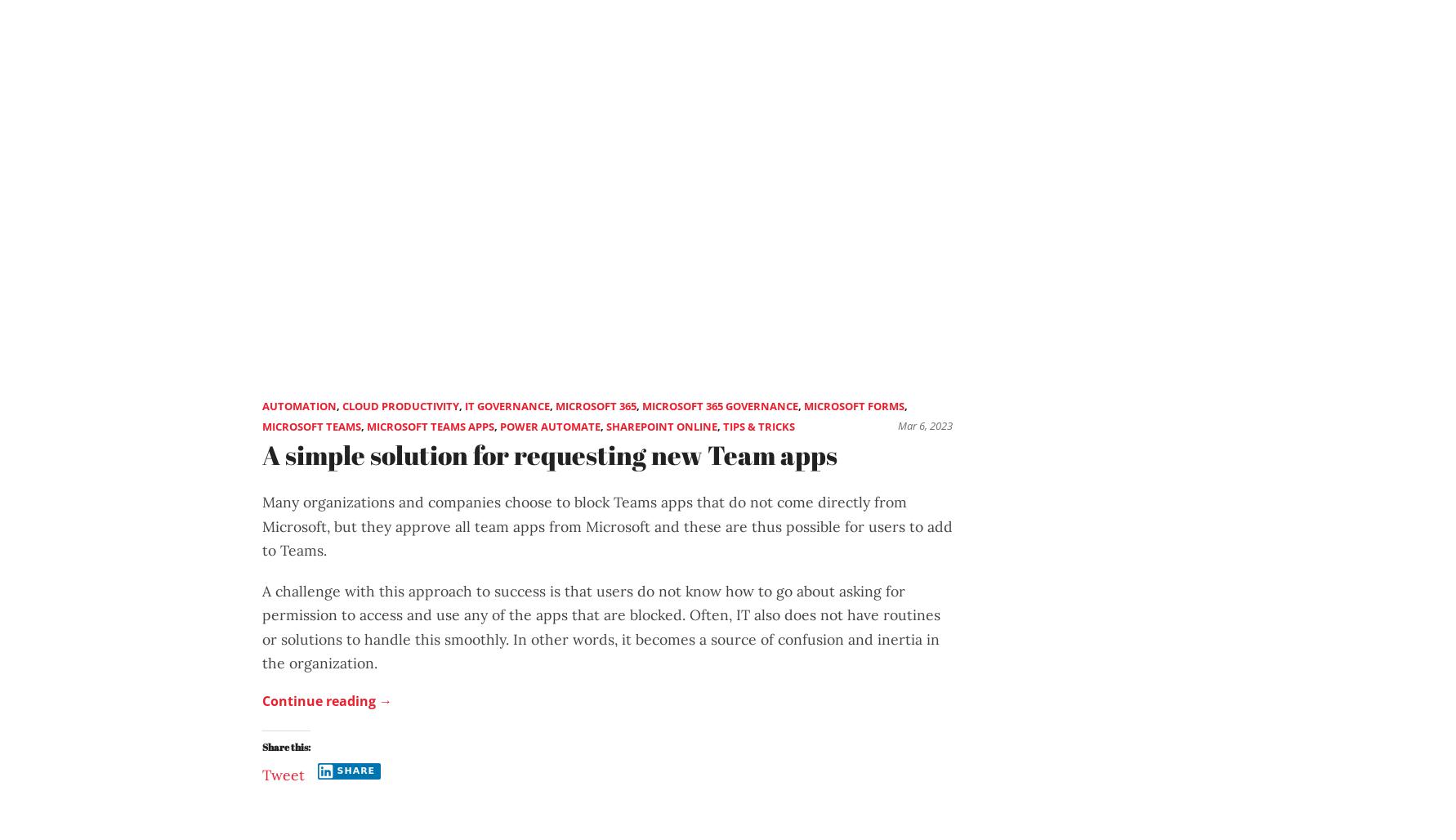 This screenshot has height=840, width=1456. What do you see at coordinates (261, 526) in the screenshot?
I see `'Many organizations and companies choose to block Teams apps that do not come directly from Microsoft, but they approve all team apps from Microsoft and these are thus possible for users to add to Teams.'` at bounding box center [261, 526].